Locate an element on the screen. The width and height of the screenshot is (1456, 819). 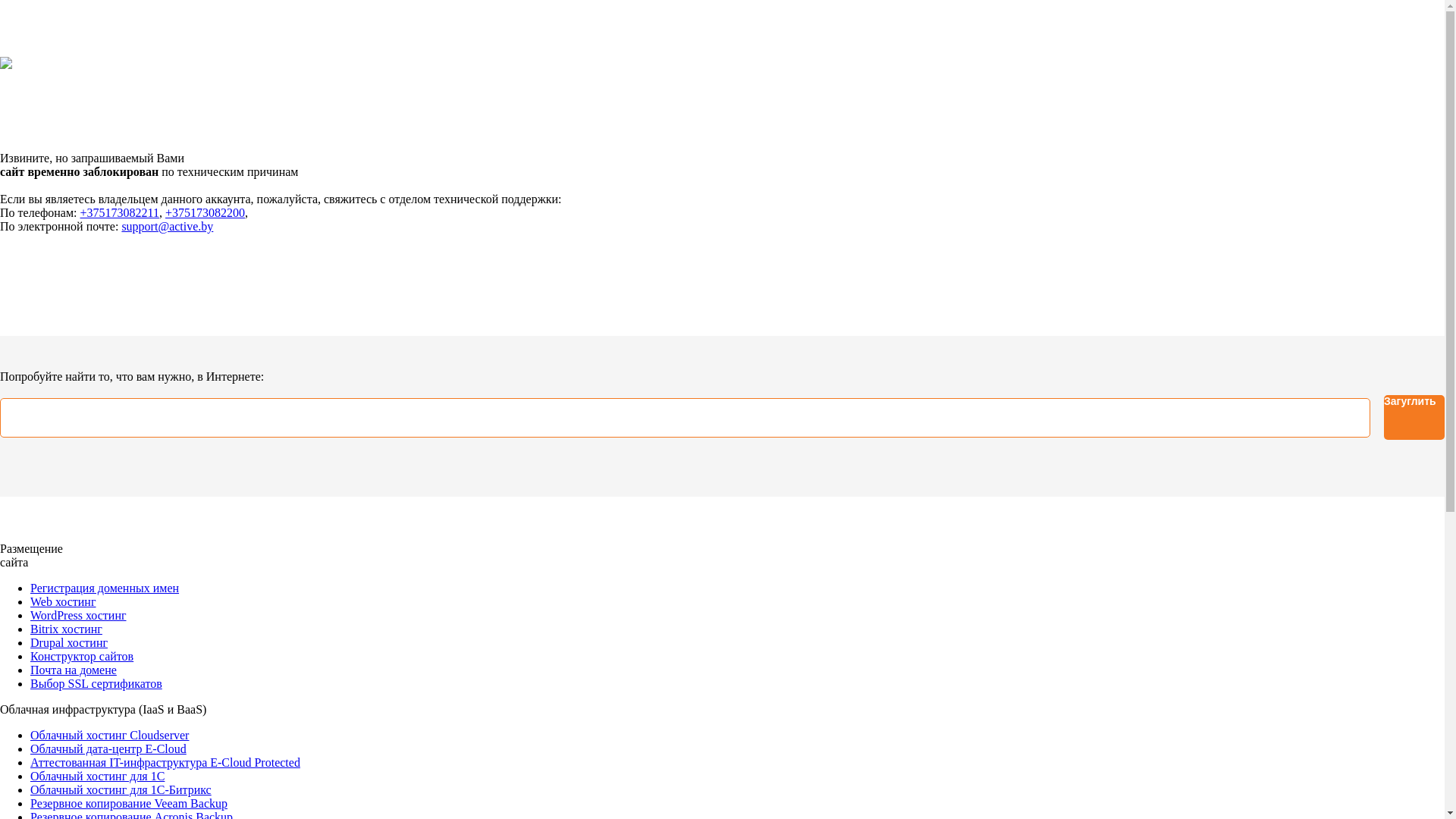
'+375173082211' is located at coordinates (119, 212).